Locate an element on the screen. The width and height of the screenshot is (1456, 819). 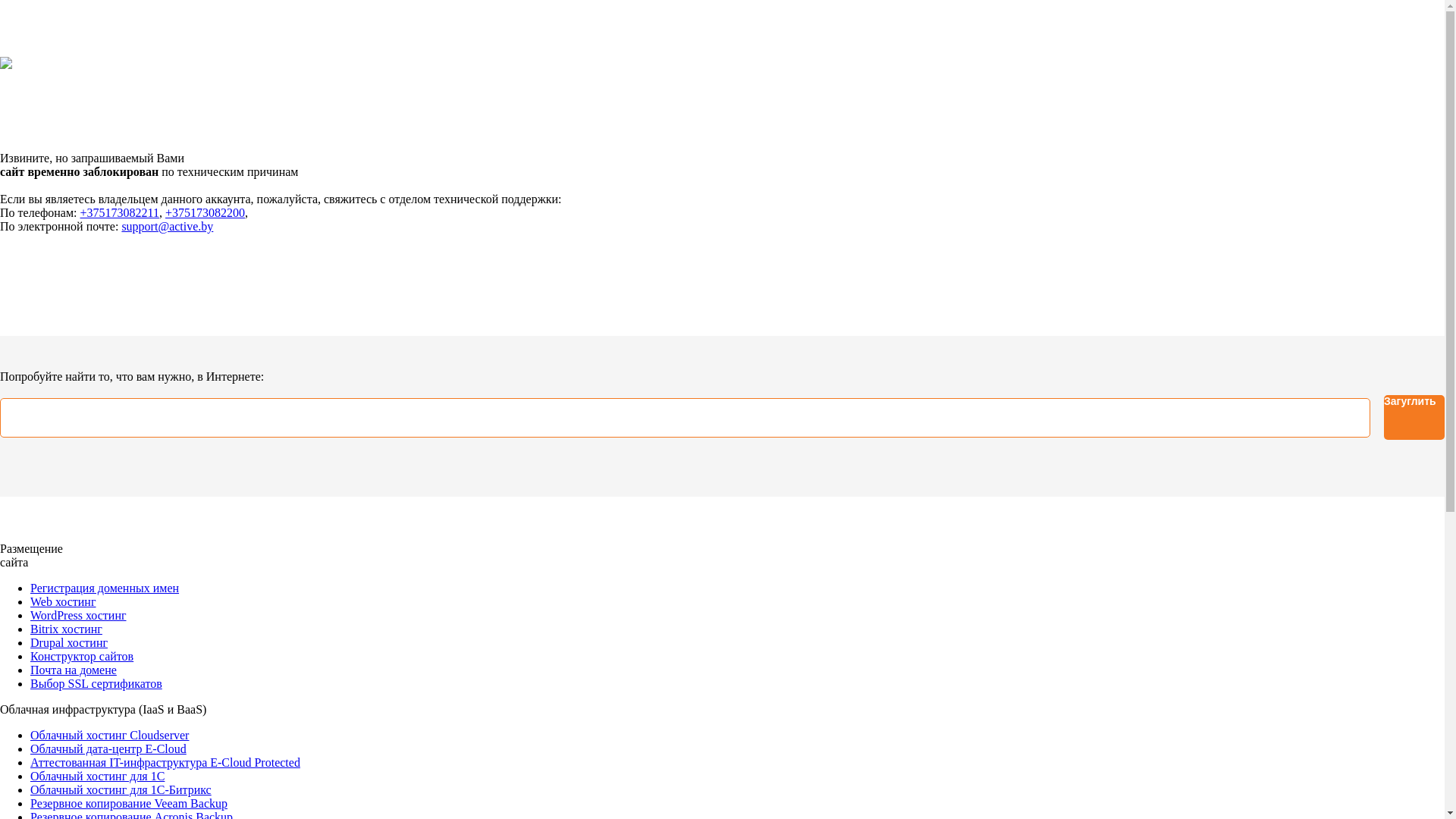
'+375173082211' is located at coordinates (119, 212).